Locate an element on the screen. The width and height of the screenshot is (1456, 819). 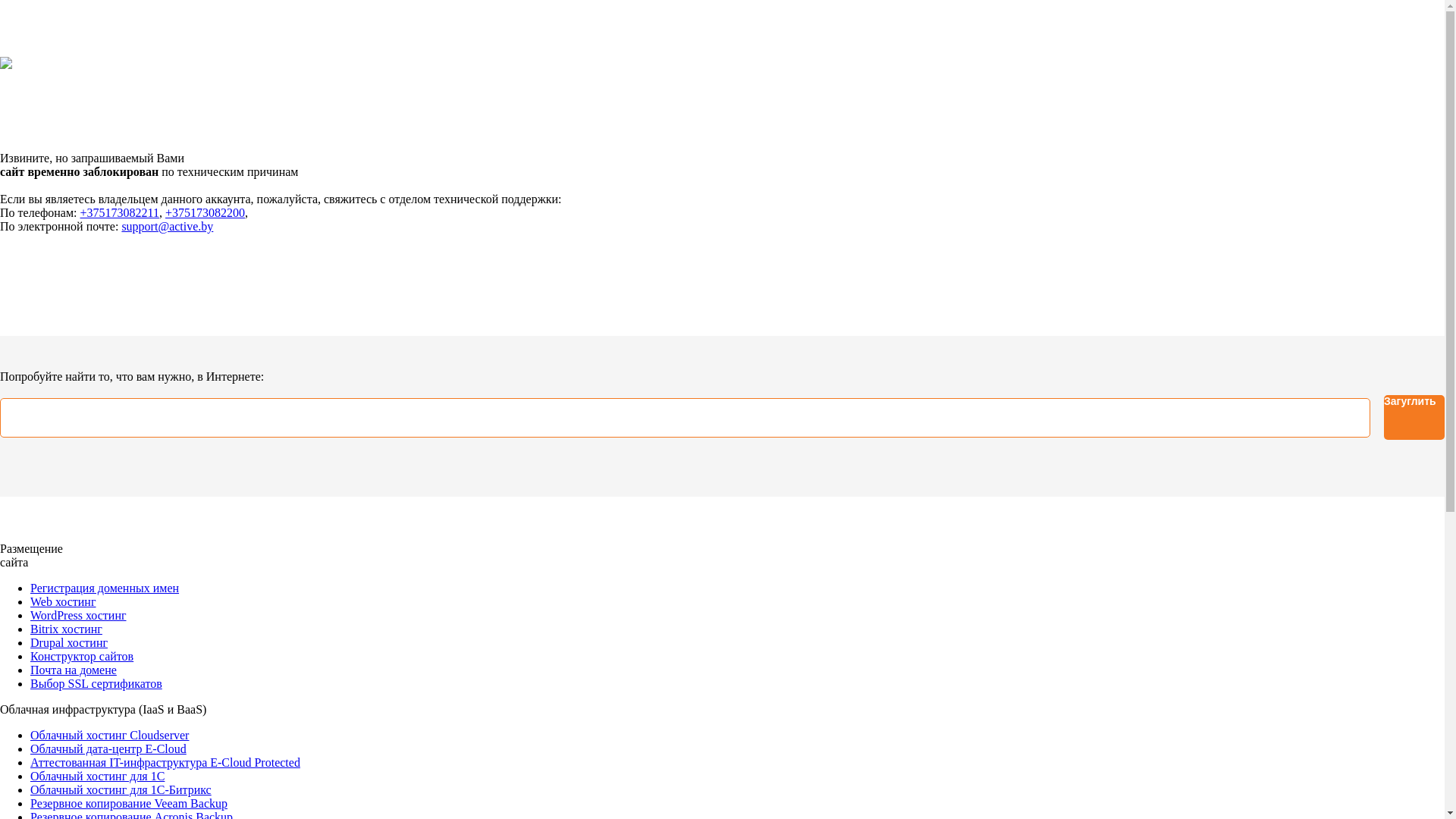
'+375173082211' is located at coordinates (119, 212).